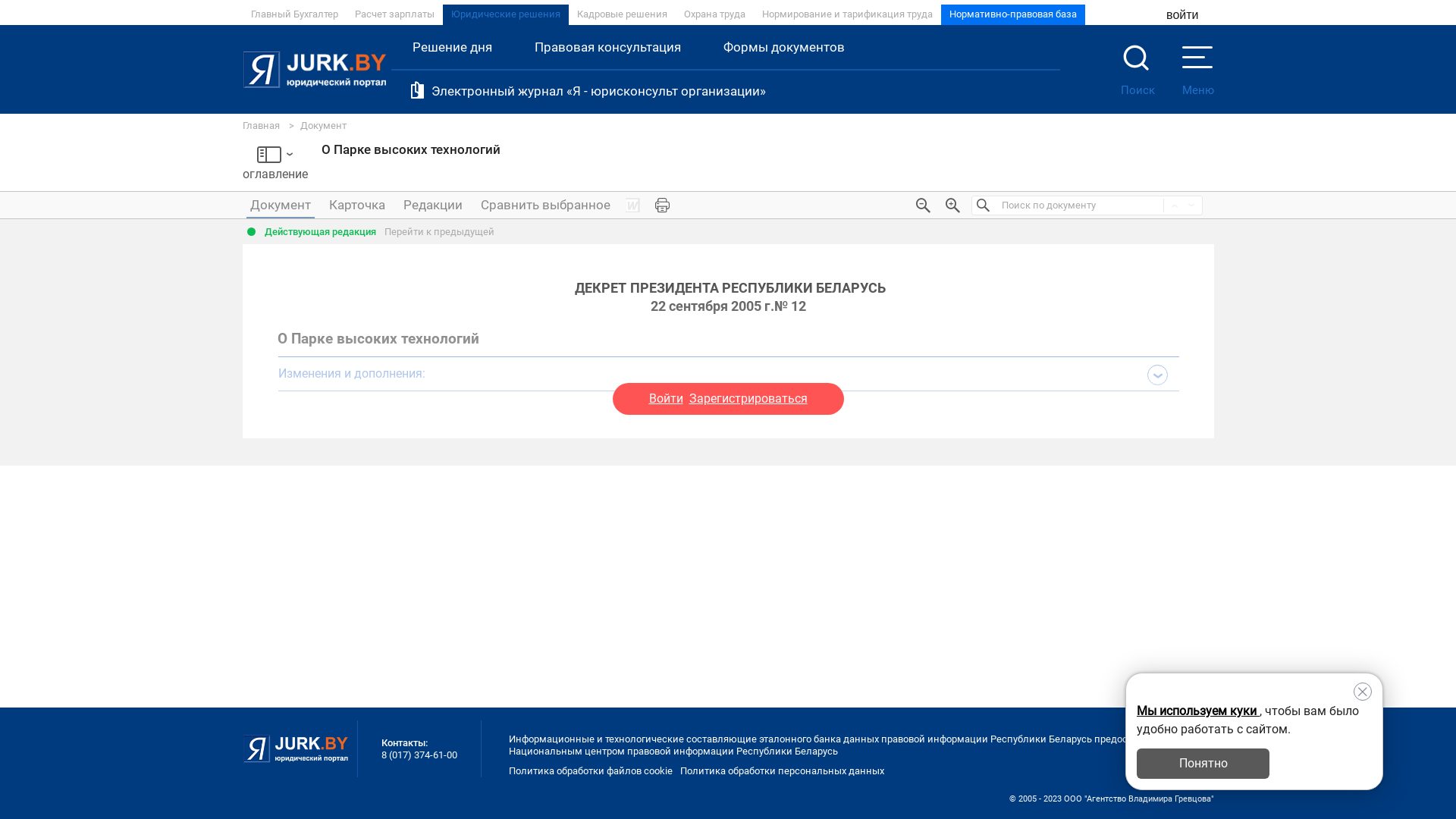 Image resolution: width=1456 pixels, height=819 pixels. What do you see at coordinates (419, 755) in the screenshot?
I see `'8 (017) 374-61-00'` at bounding box center [419, 755].